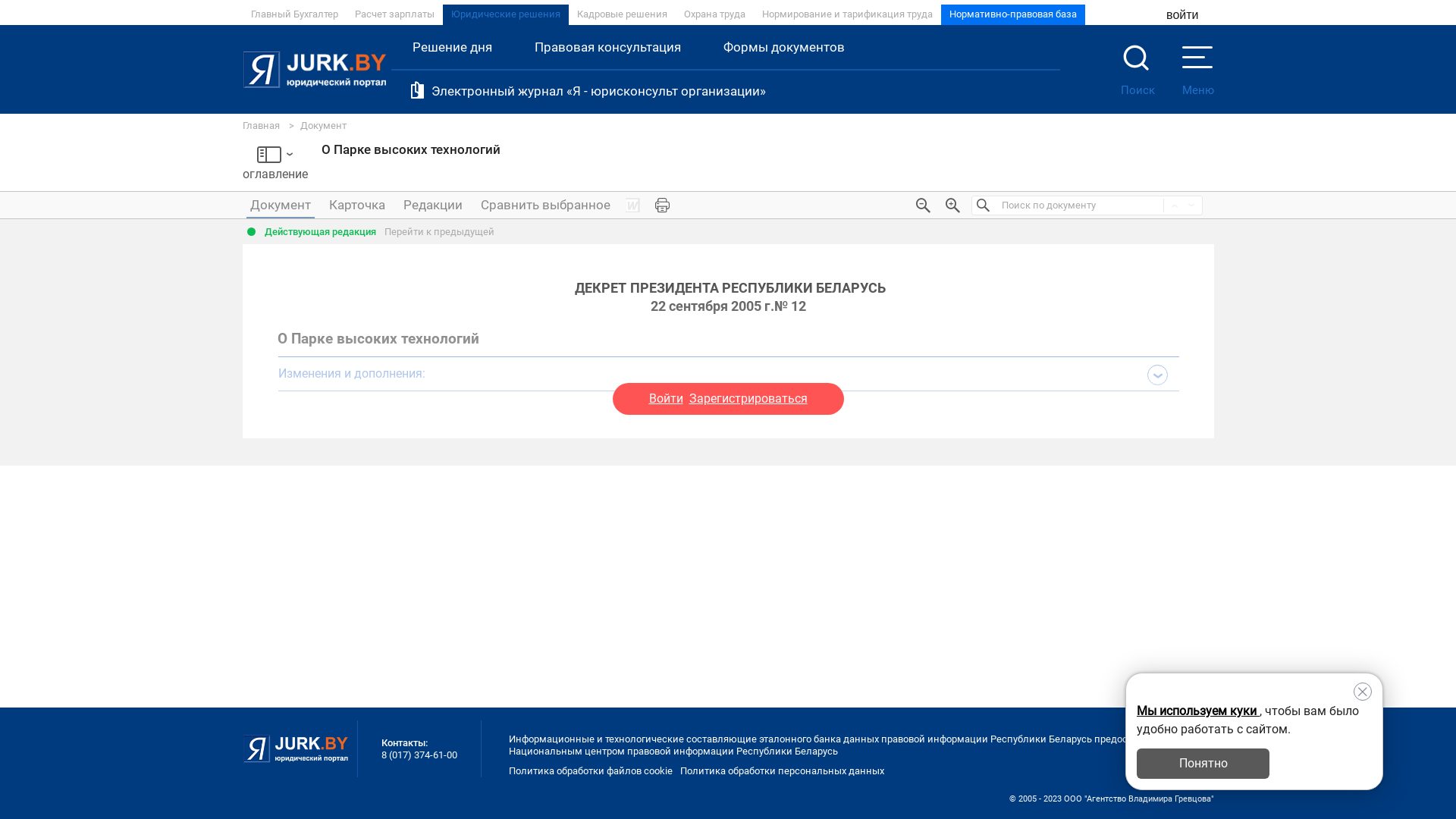 Image resolution: width=1456 pixels, height=819 pixels. What do you see at coordinates (419, 755) in the screenshot?
I see `'8 (017) 374-61-00'` at bounding box center [419, 755].